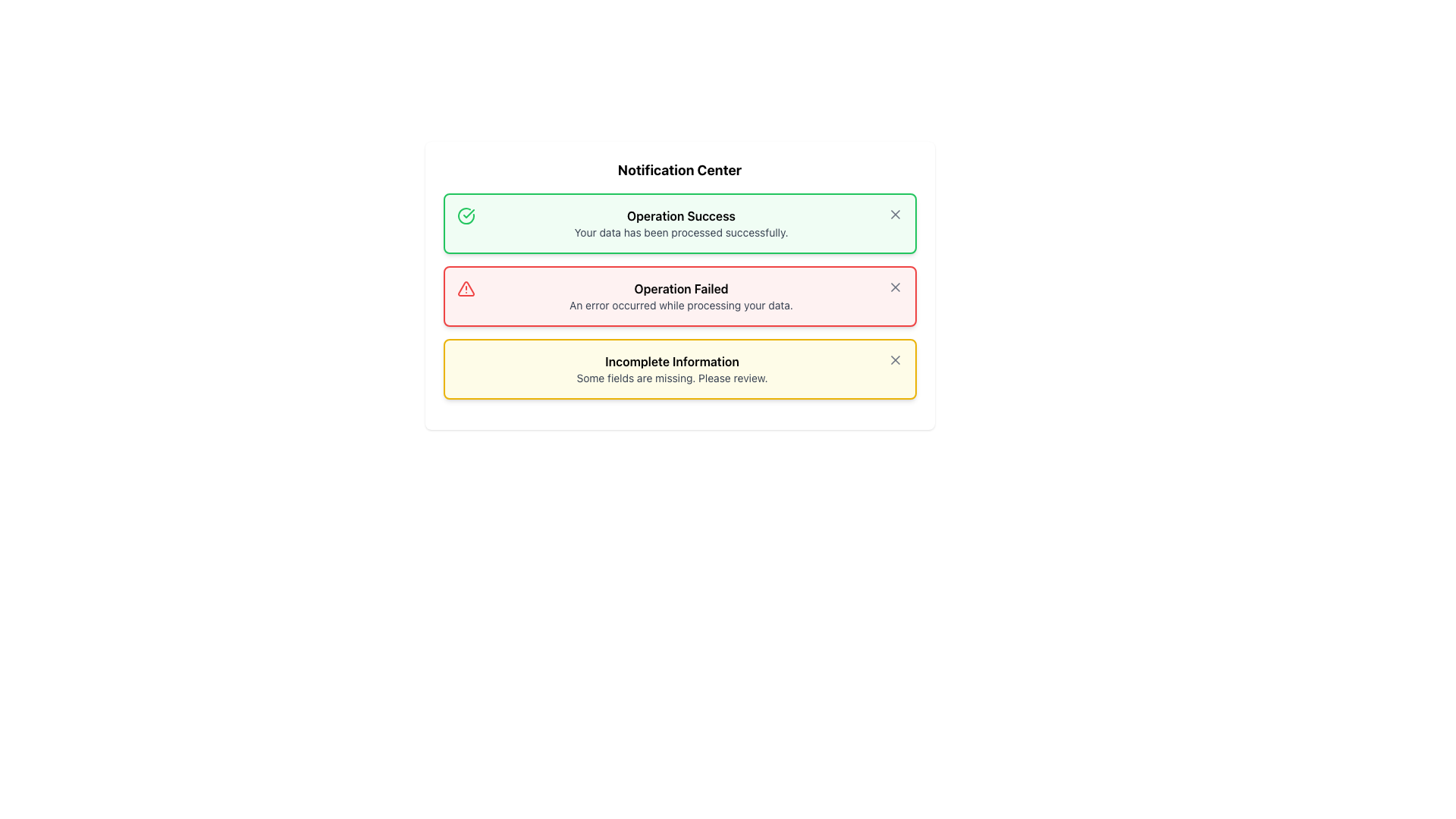  Describe the element at coordinates (895, 214) in the screenshot. I see `the 'X' icon in the top-right corner of the 'Operation Success' notification` at that location.